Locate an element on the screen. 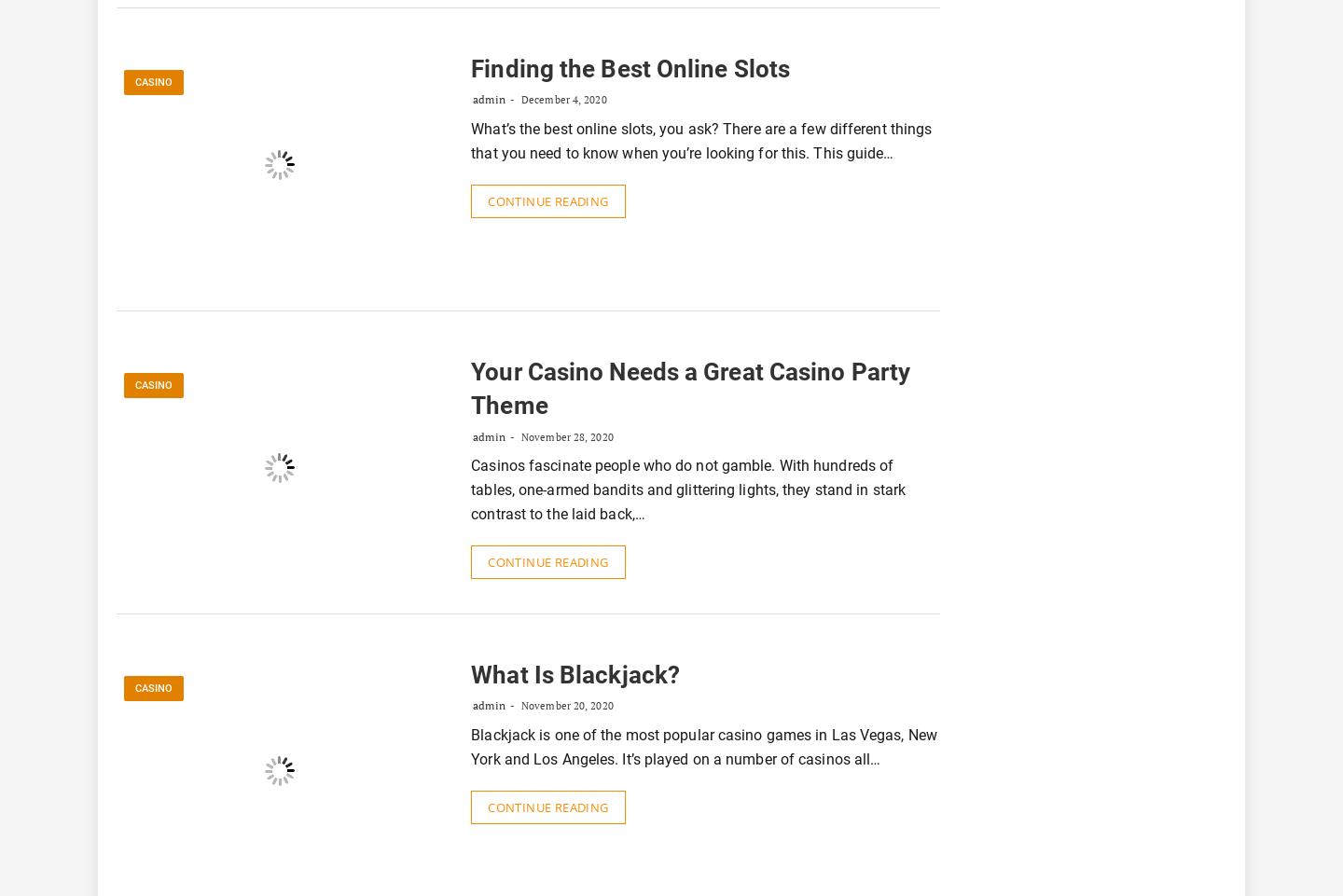 The height and width of the screenshot is (896, 1343). 'November 20, 2020' is located at coordinates (563, 704).